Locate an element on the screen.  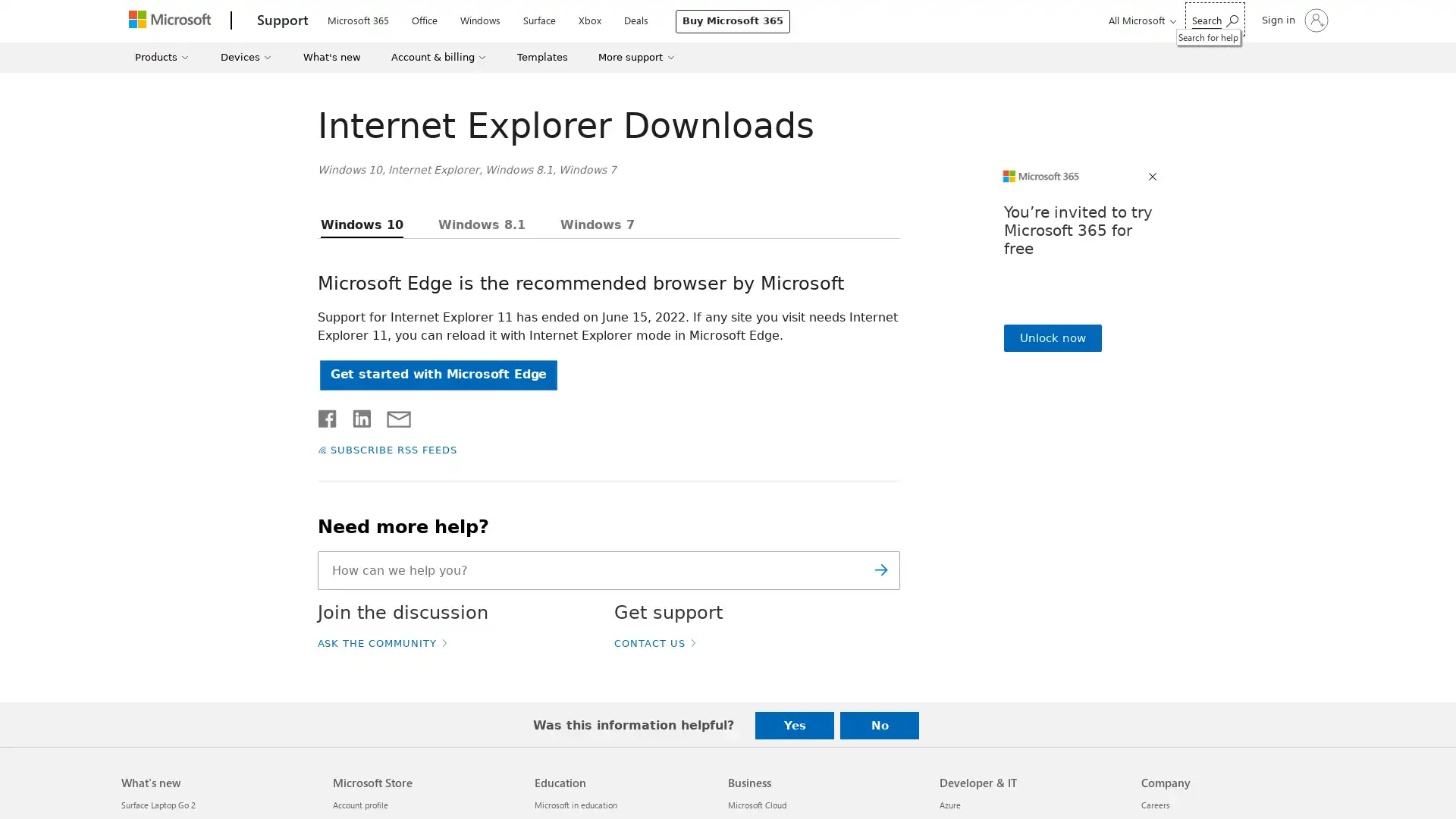
Search is located at coordinates (880, 570).